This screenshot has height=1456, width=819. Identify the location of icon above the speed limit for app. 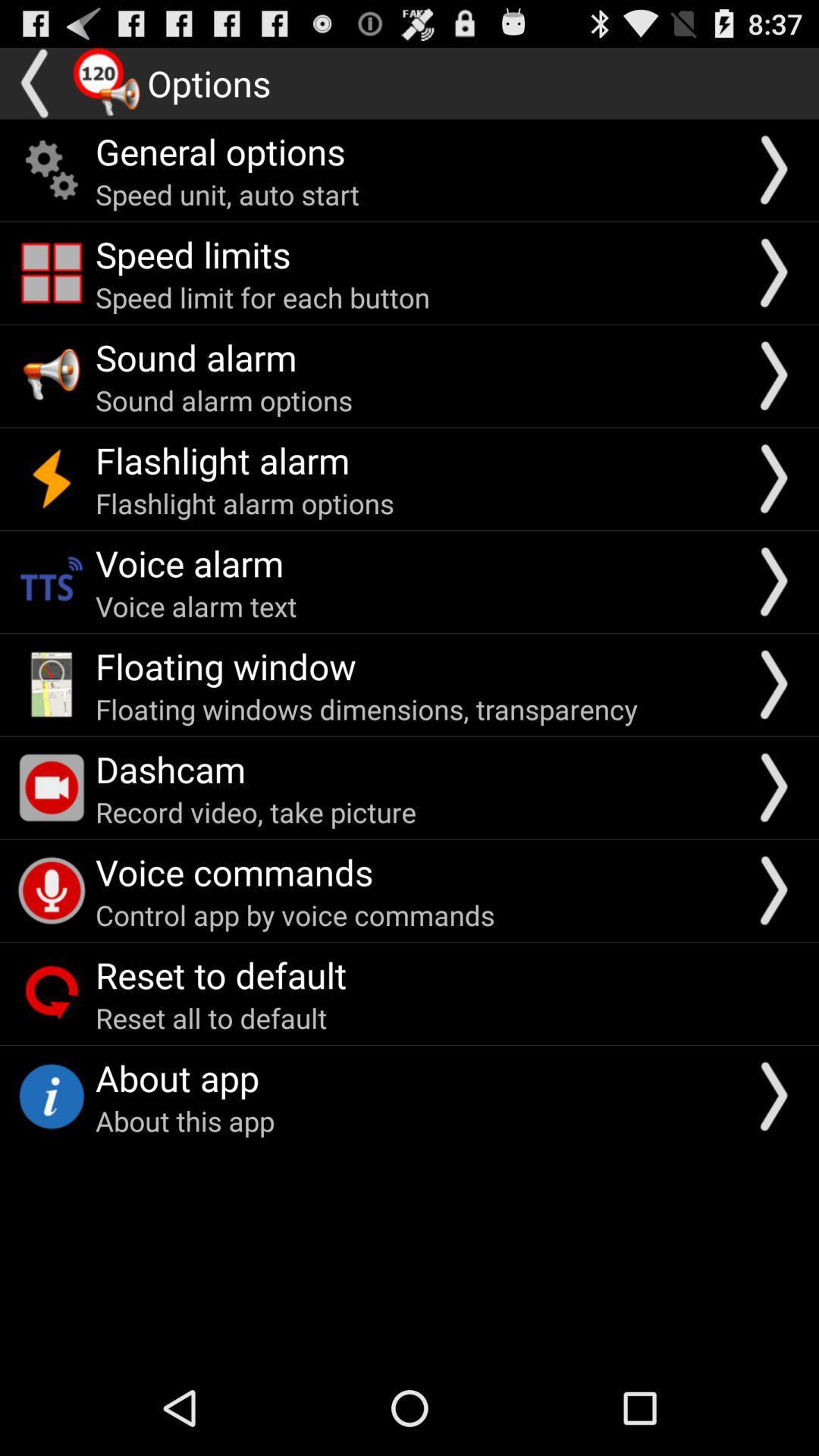
(192, 254).